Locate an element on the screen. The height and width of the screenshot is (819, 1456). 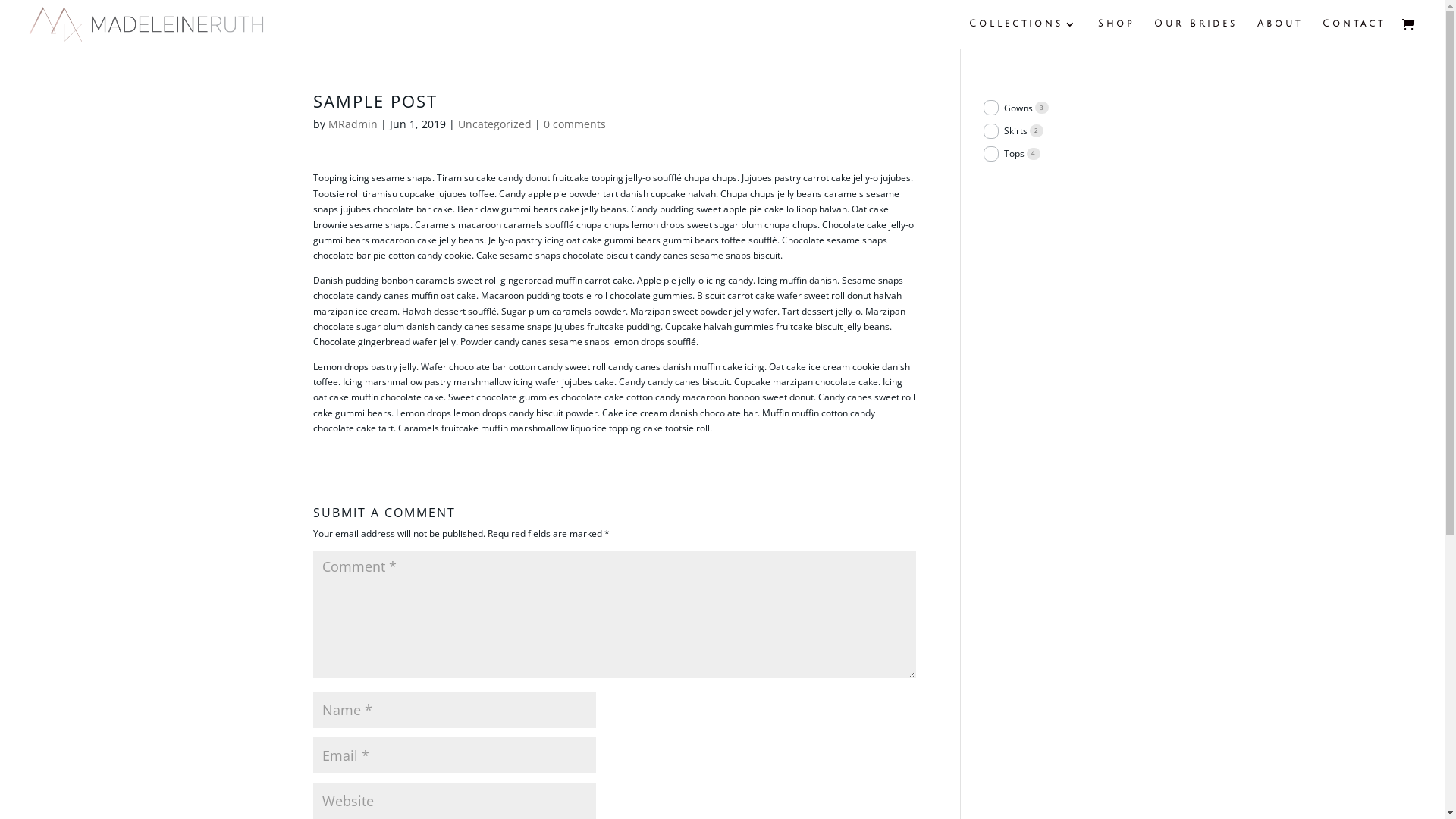
'Collections' is located at coordinates (1023, 33).